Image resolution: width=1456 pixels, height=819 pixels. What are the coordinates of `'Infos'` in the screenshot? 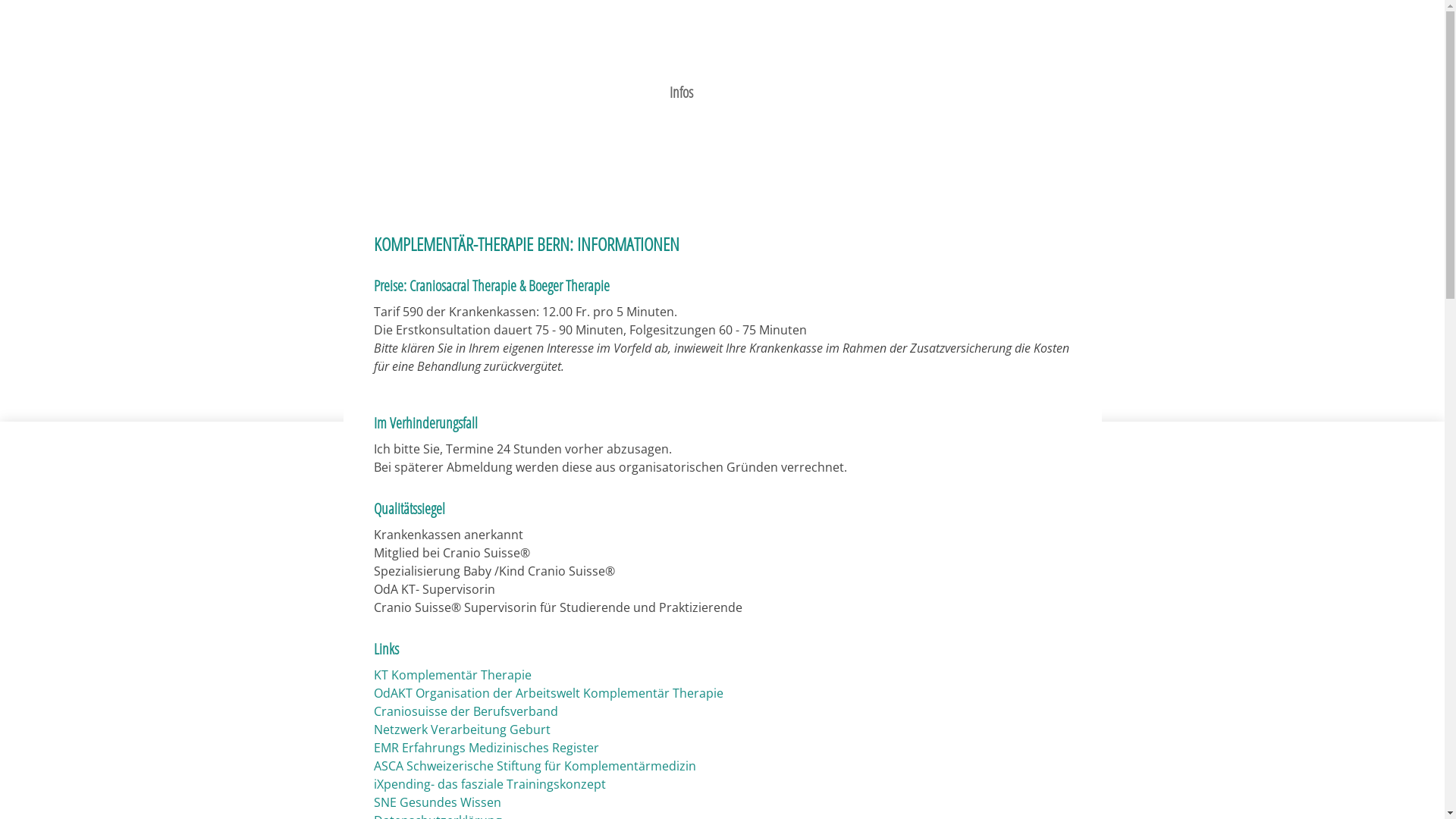 It's located at (680, 92).